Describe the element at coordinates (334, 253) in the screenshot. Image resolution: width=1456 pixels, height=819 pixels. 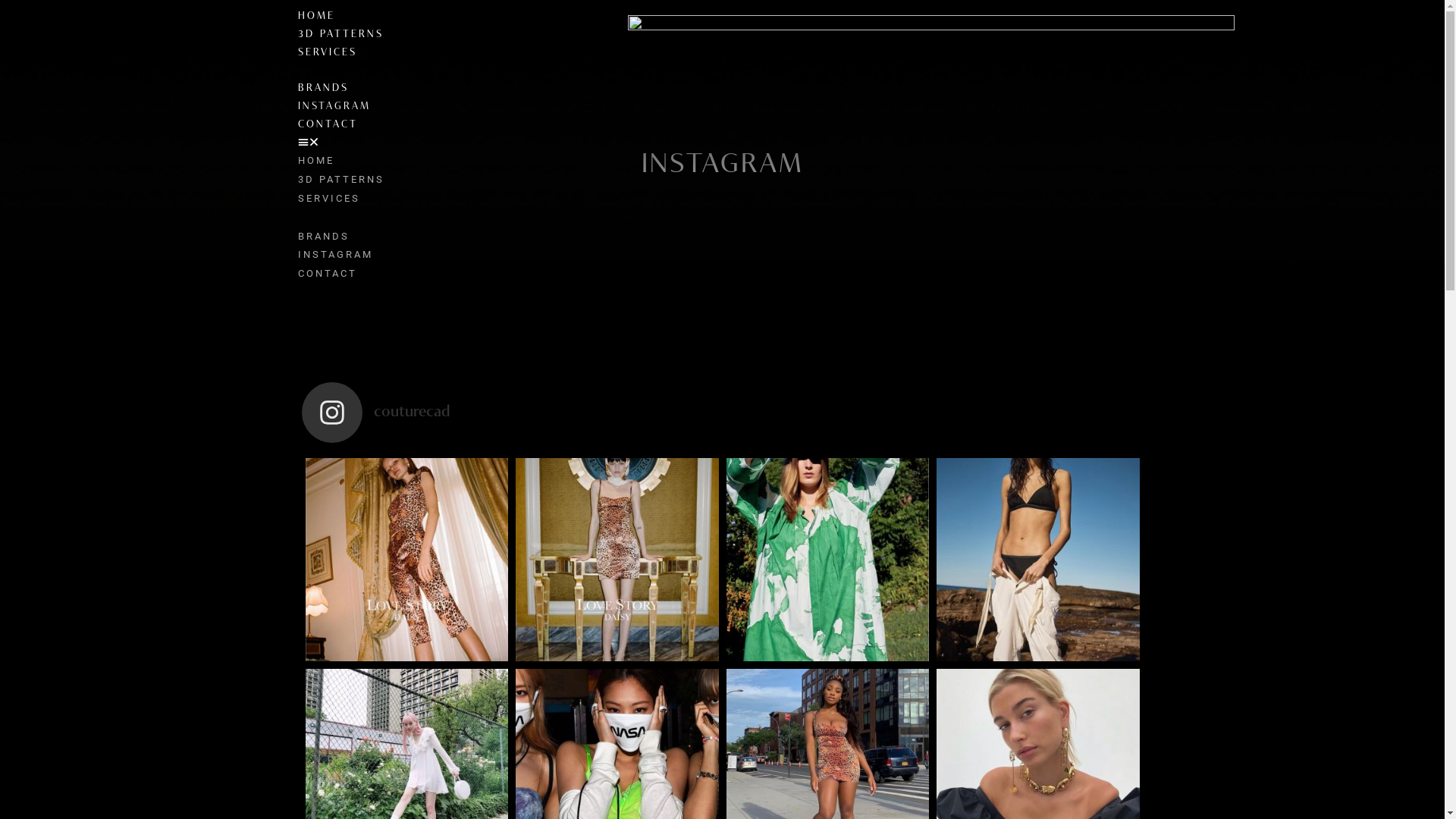
I see `'INSTAGRAM'` at that location.